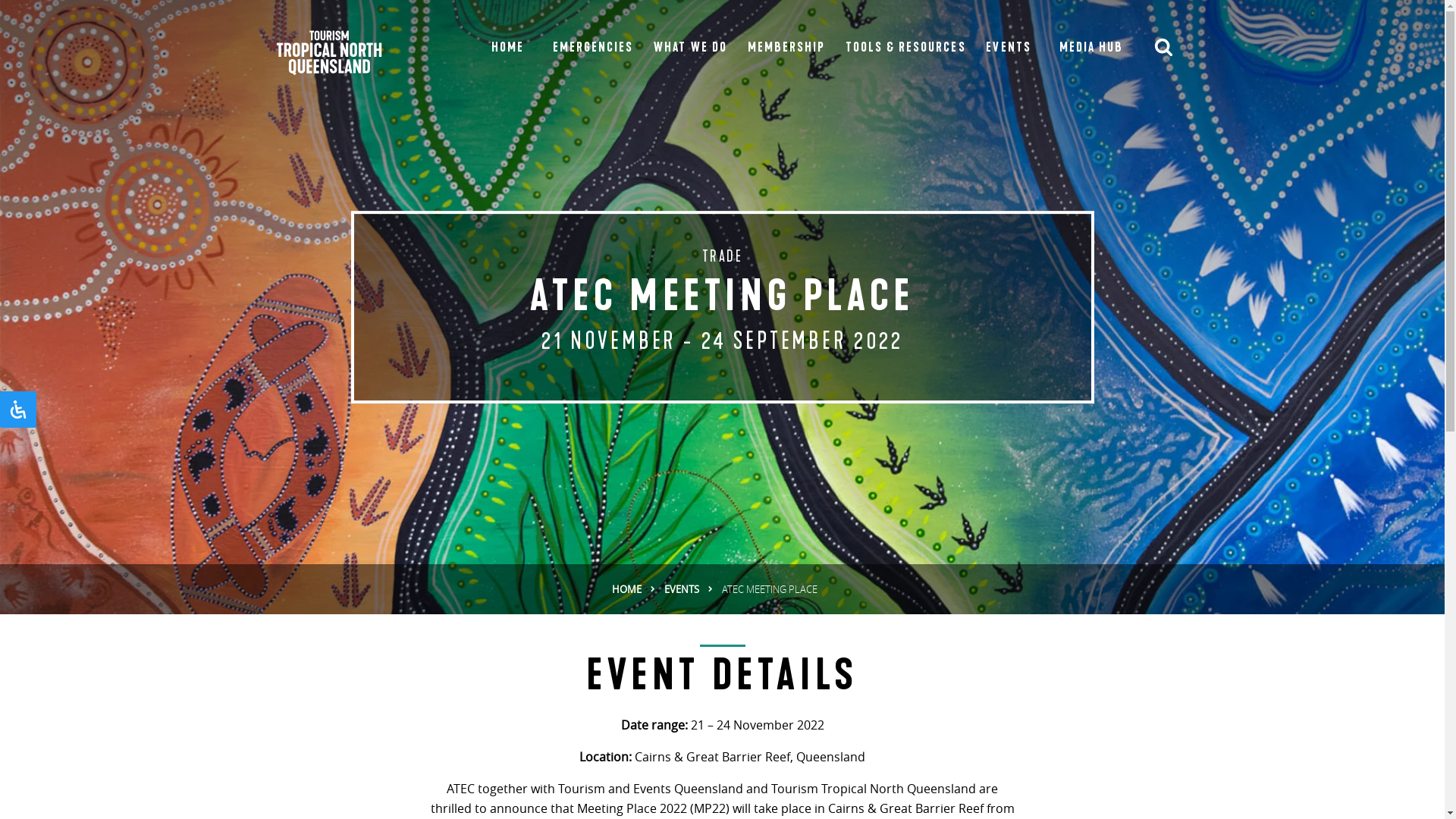 The image size is (1456, 819). Describe the element at coordinates (689, 46) in the screenshot. I see `'WHAT WE DO'` at that location.